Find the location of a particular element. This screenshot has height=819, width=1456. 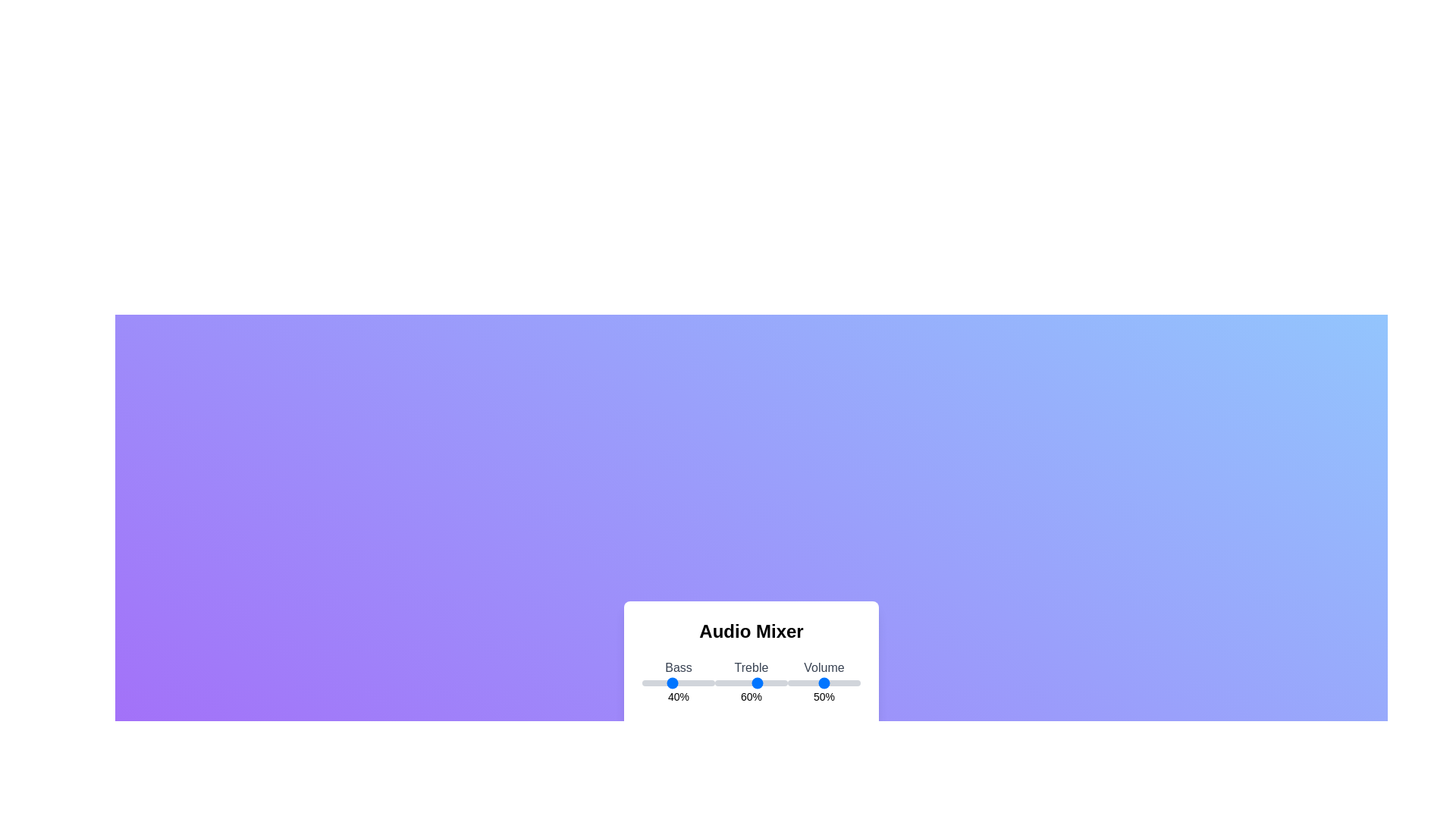

the bass slider to set the bass level to 40% is located at coordinates (670, 683).